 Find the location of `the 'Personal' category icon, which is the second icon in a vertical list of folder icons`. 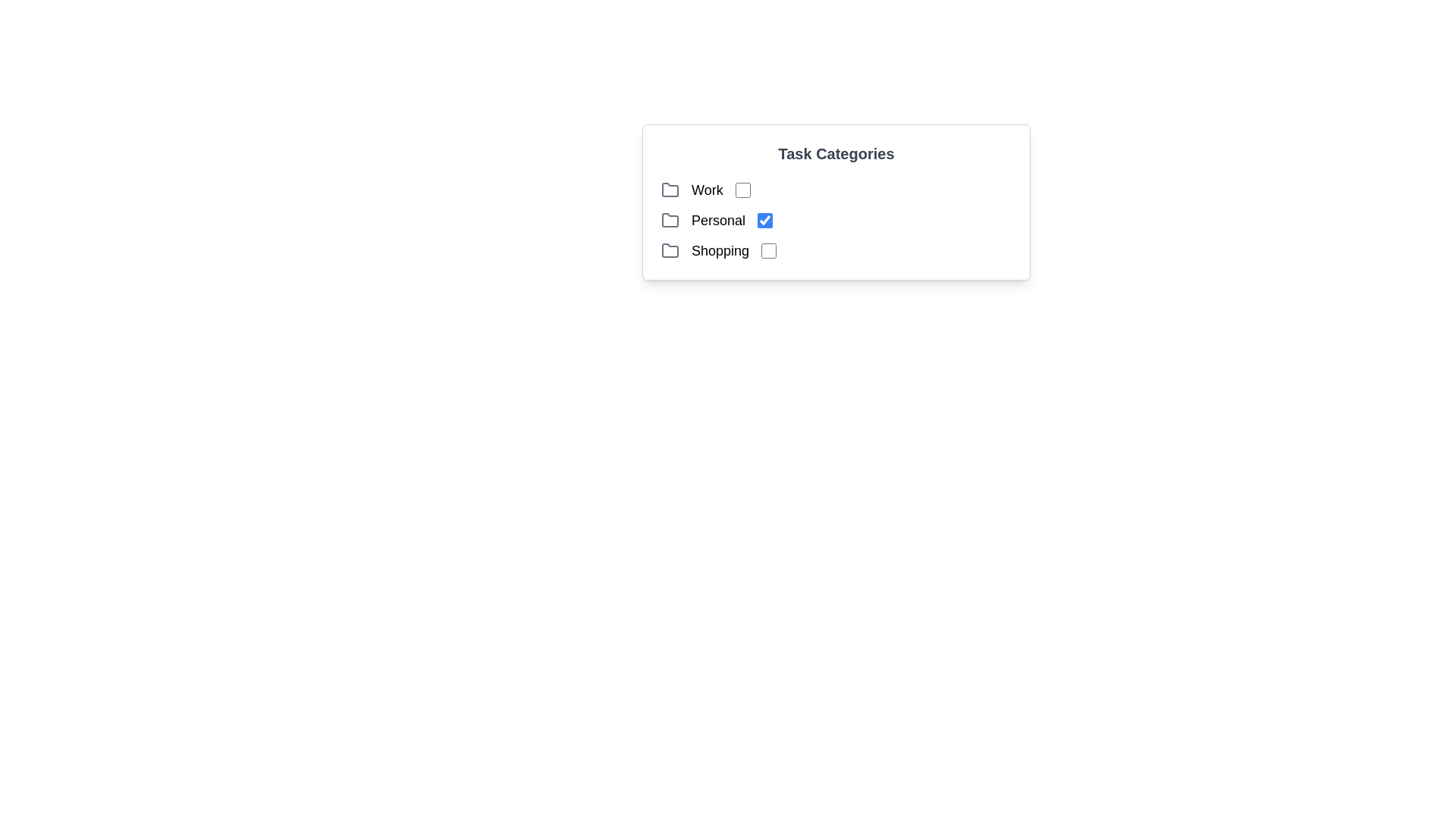

the 'Personal' category icon, which is the second icon in a vertical list of folder icons is located at coordinates (669, 220).